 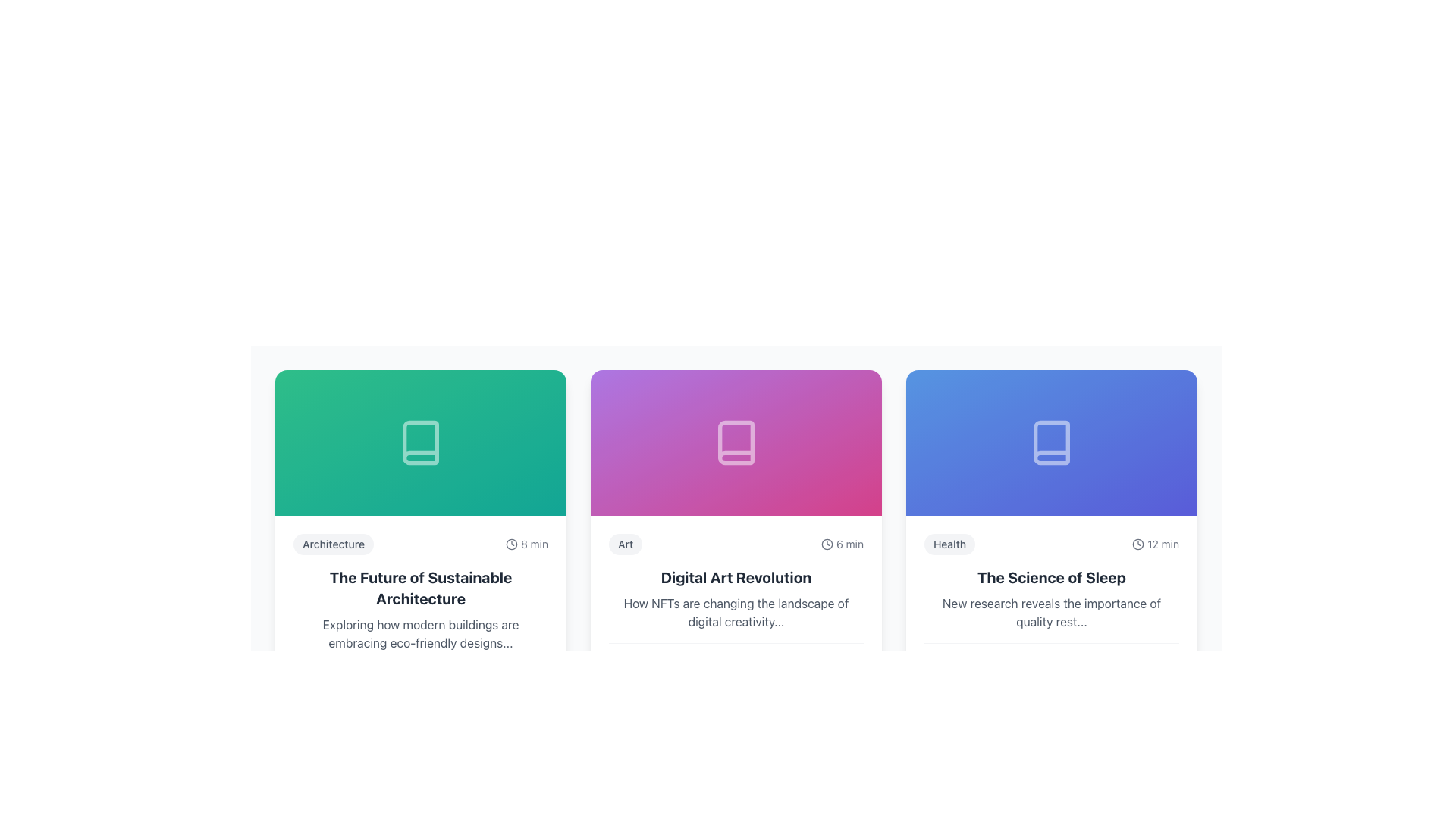 What do you see at coordinates (736, 442) in the screenshot?
I see `the book icon which is centered within a purple gradient background card` at bounding box center [736, 442].